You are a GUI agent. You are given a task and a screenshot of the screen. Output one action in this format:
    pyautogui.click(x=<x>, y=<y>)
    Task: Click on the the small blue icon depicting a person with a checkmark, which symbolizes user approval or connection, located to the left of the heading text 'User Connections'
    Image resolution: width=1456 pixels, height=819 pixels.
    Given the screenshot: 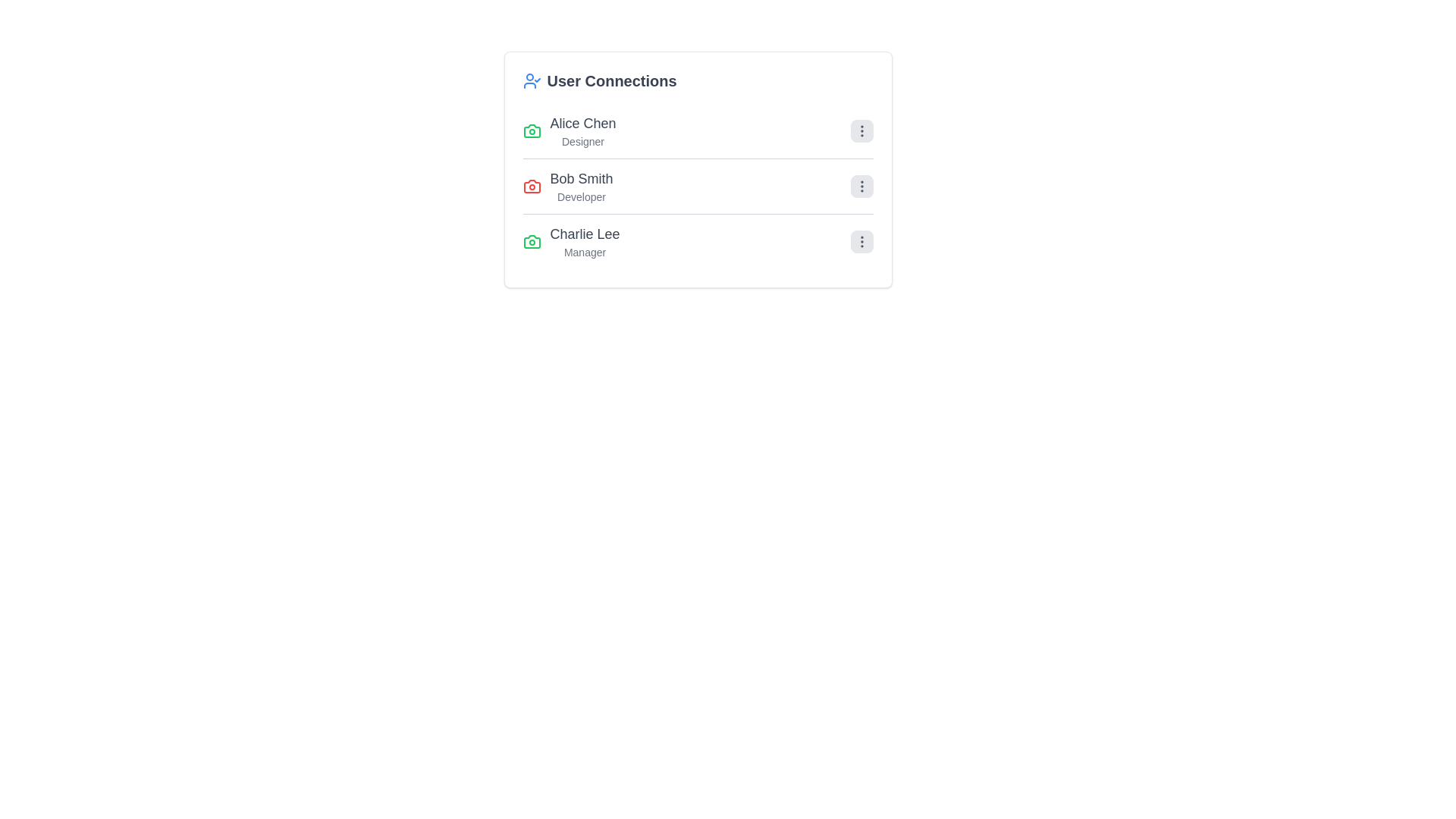 What is the action you would take?
    pyautogui.click(x=532, y=81)
    